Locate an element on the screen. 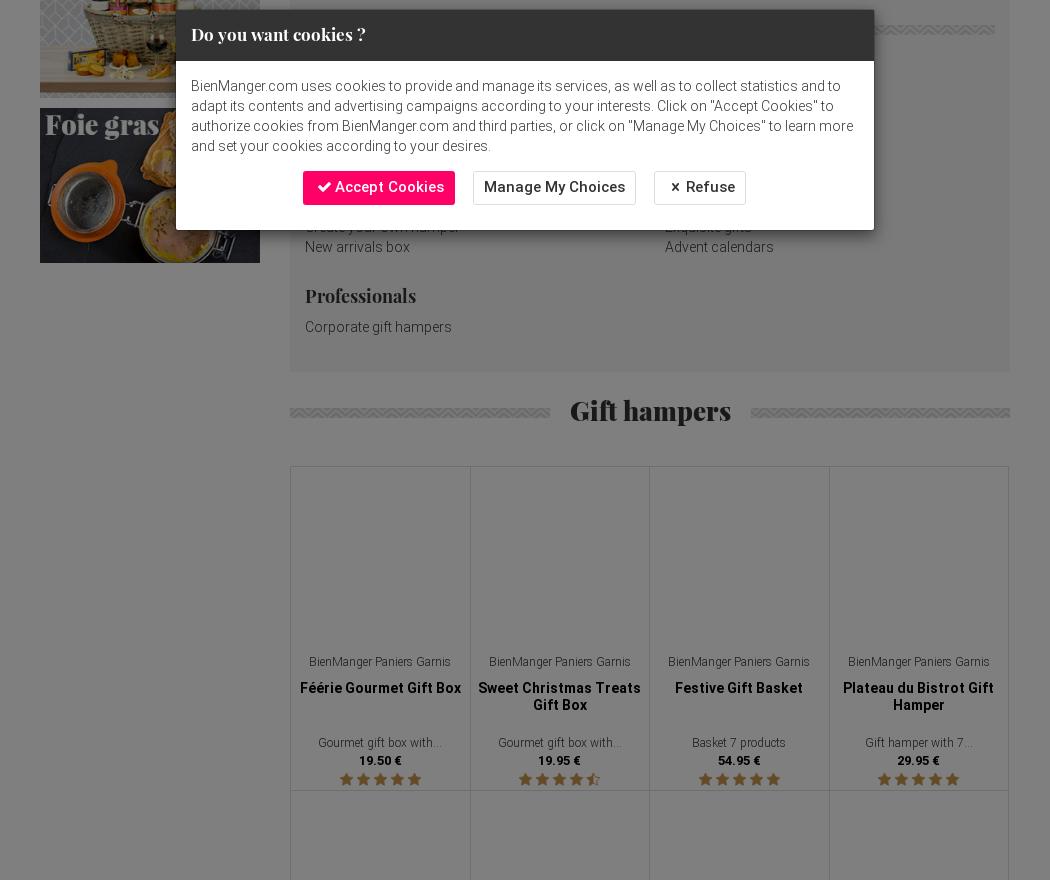  '29.95 €' is located at coordinates (896, 759).